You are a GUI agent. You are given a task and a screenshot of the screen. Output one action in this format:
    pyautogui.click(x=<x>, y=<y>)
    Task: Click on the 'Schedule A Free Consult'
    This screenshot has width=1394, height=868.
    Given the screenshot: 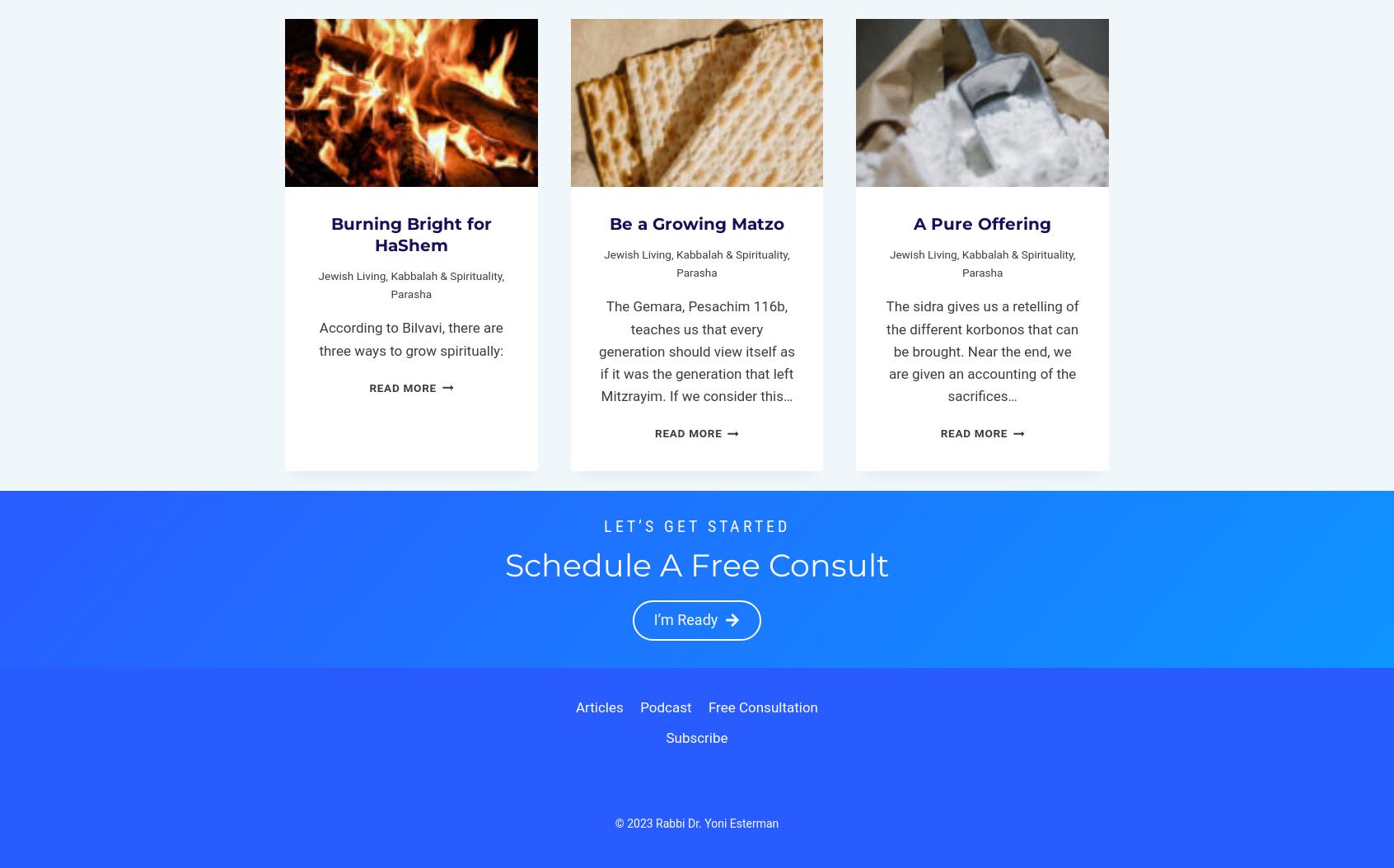 What is the action you would take?
    pyautogui.click(x=697, y=564)
    